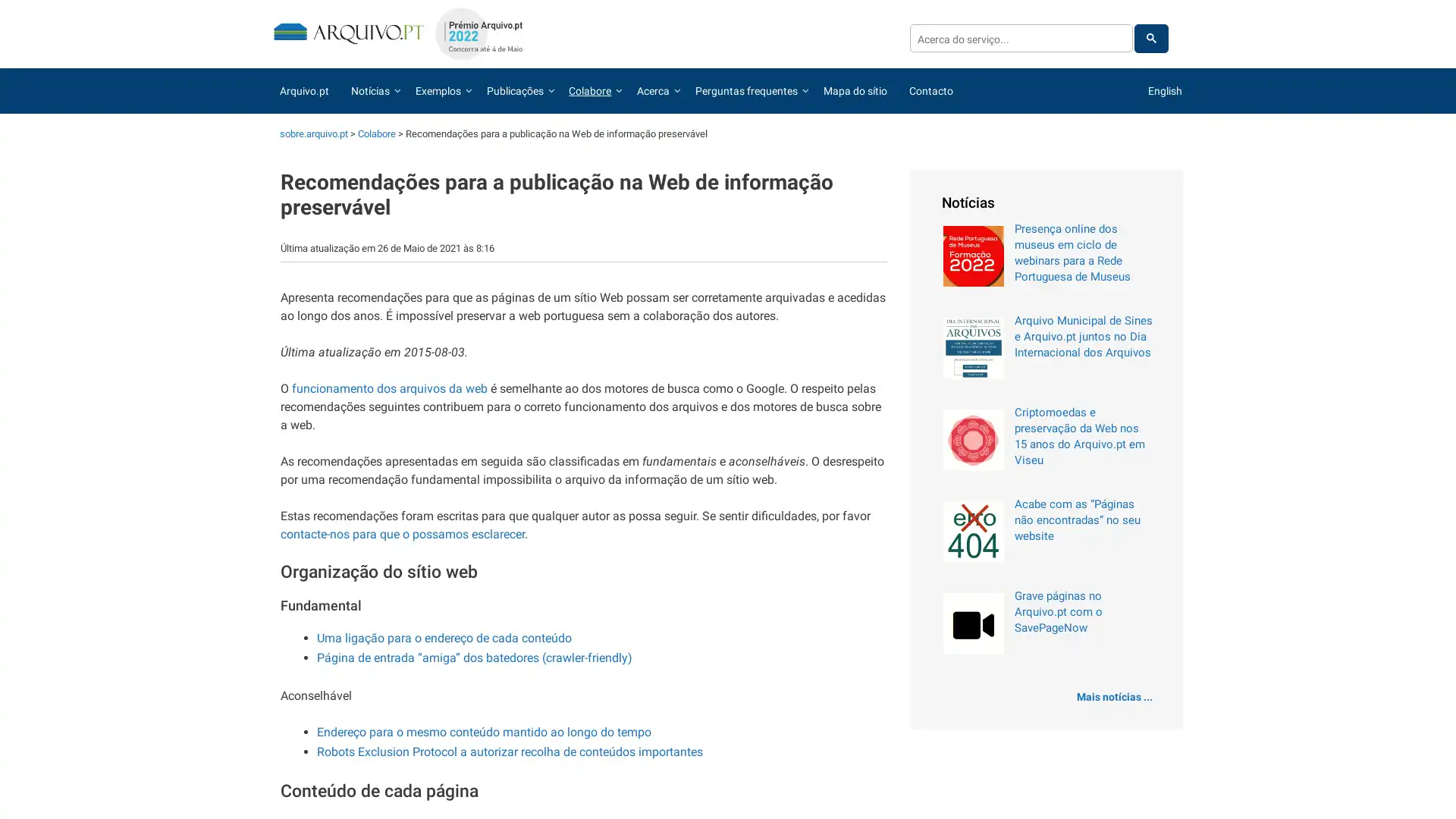 This screenshot has height=819, width=1456. I want to click on pesquisar, so click(1151, 37).